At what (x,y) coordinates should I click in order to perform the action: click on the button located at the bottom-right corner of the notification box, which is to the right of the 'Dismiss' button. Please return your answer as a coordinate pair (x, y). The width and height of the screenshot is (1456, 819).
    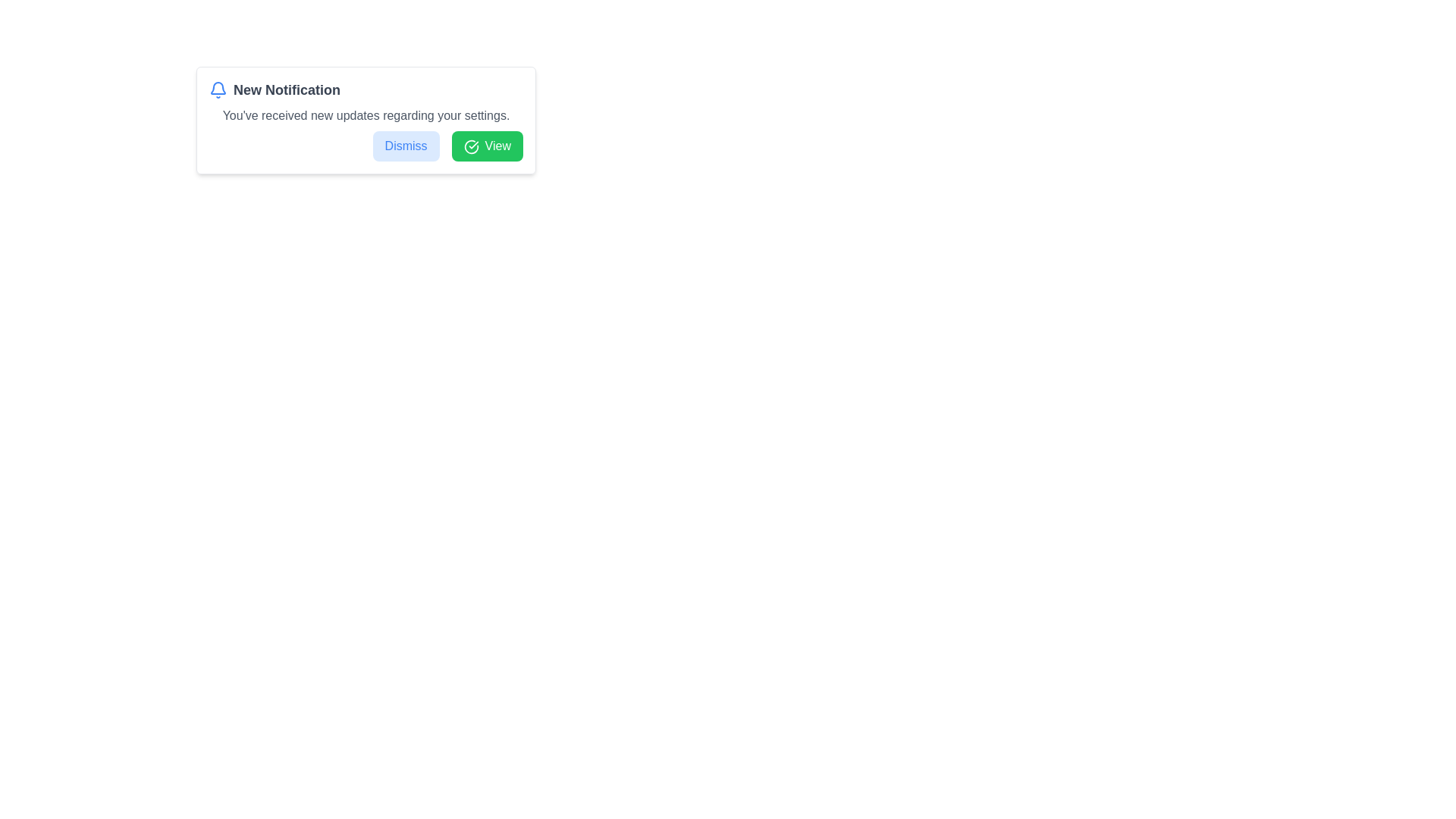
    Looking at the image, I should click on (487, 146).